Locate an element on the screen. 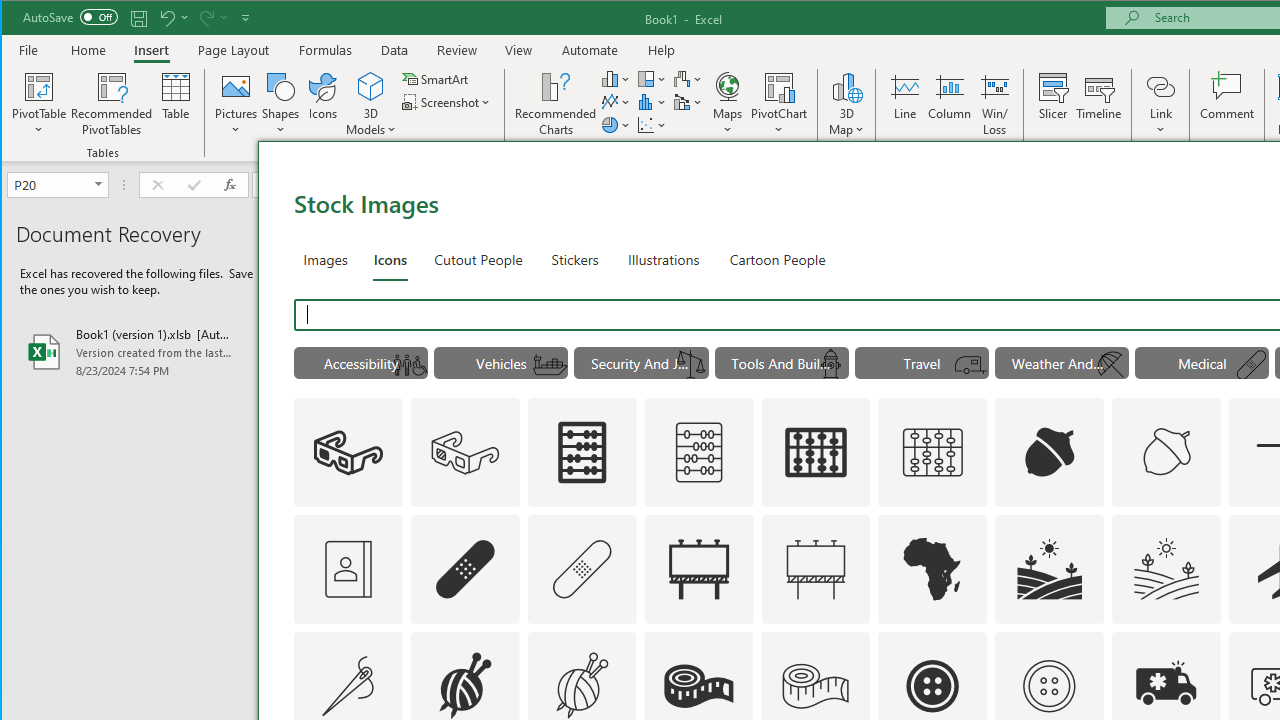 Image resolution: width=1280 pixels, height=720 pixels. 'Link' is located at coordinates (1160, 104).